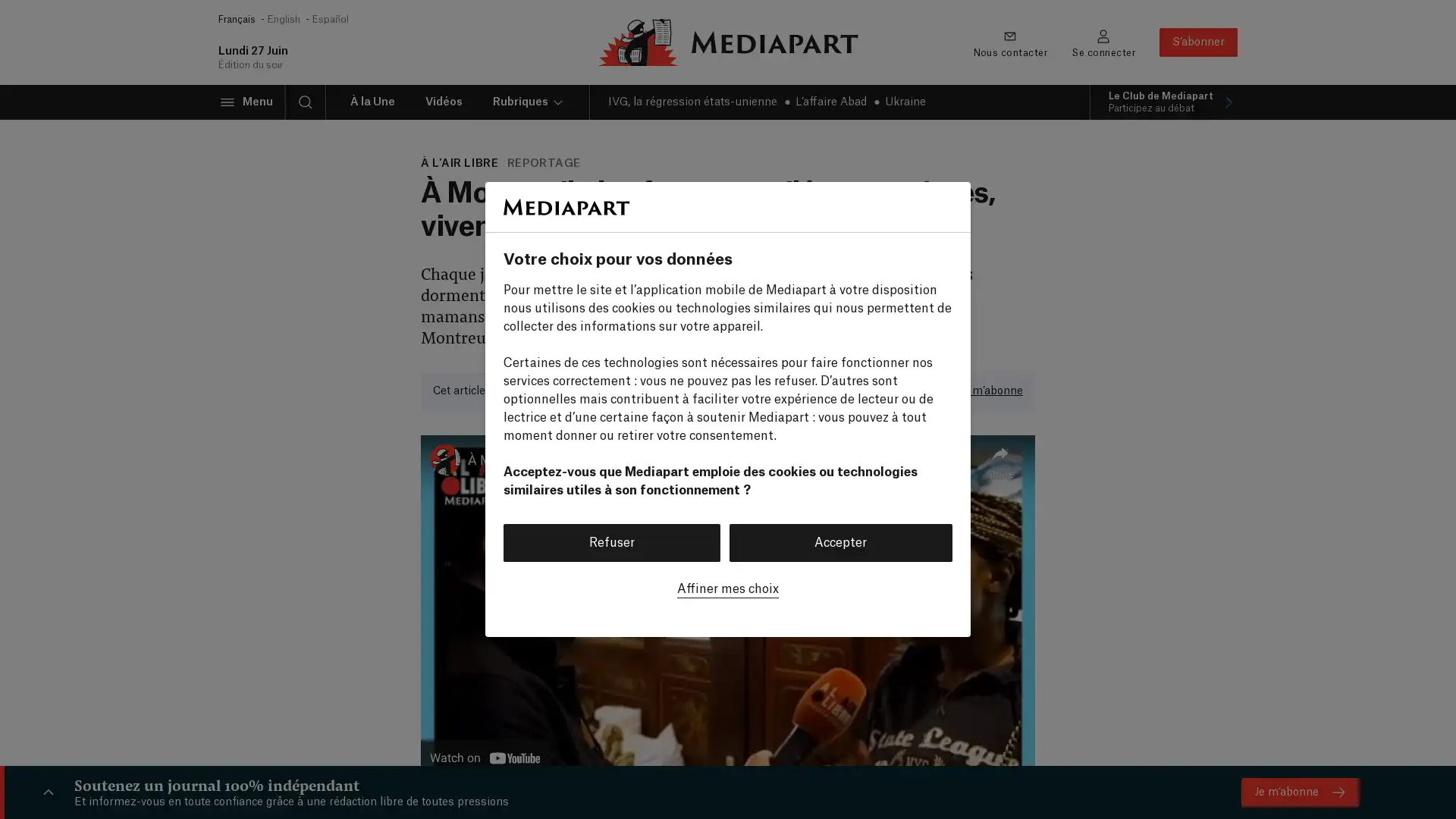  What do you see at coordinates (48, 792) in the screenshot?
I see `Soutenez un journal 100% independant` at bounding box center [48, 792].